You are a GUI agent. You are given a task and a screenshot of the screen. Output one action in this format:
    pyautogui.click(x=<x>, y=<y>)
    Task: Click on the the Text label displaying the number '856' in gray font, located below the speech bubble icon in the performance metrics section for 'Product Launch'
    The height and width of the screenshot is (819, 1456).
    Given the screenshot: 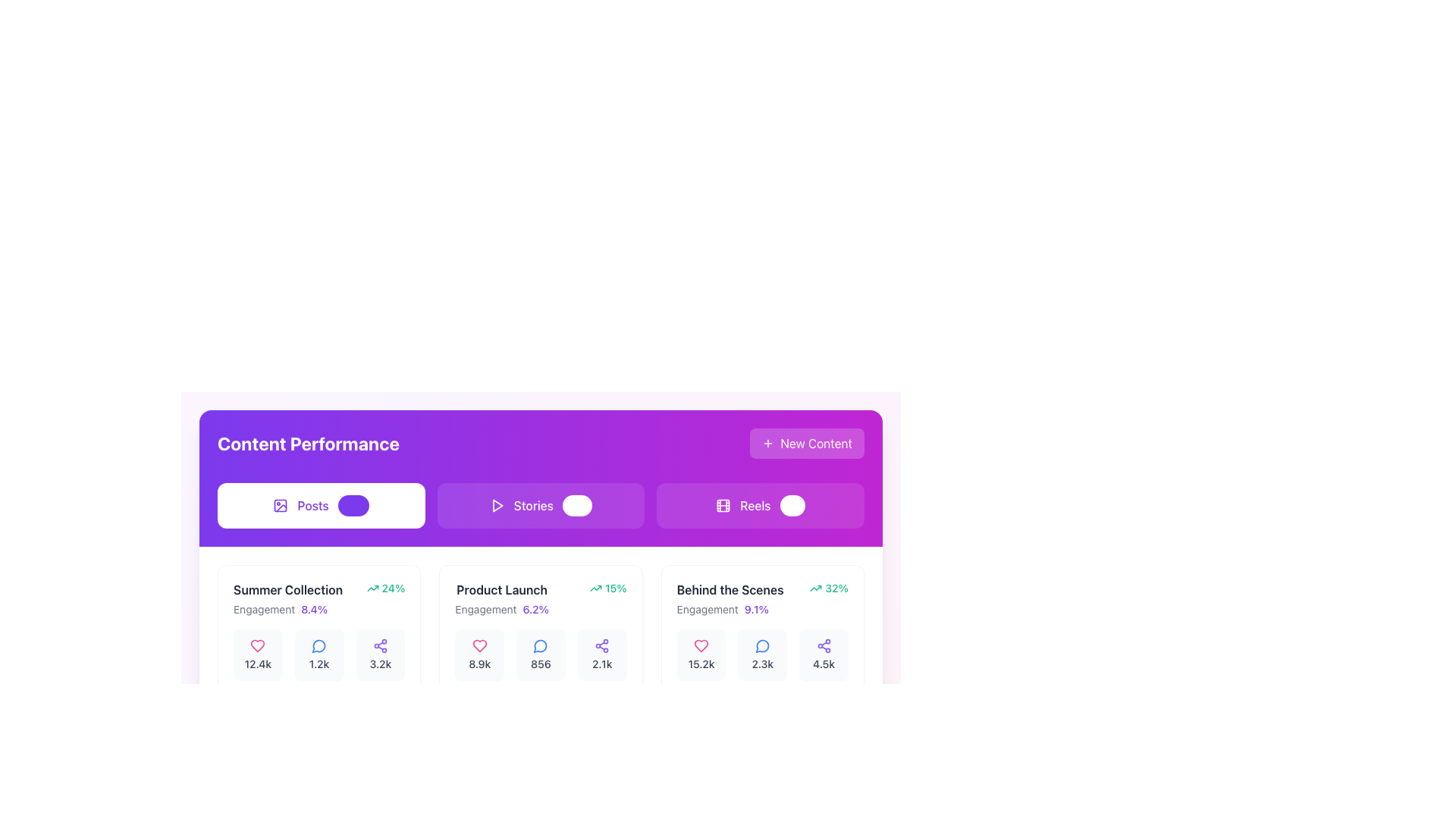 What is the action you would take?
    pyautogui.click(x=541, y=663)
    